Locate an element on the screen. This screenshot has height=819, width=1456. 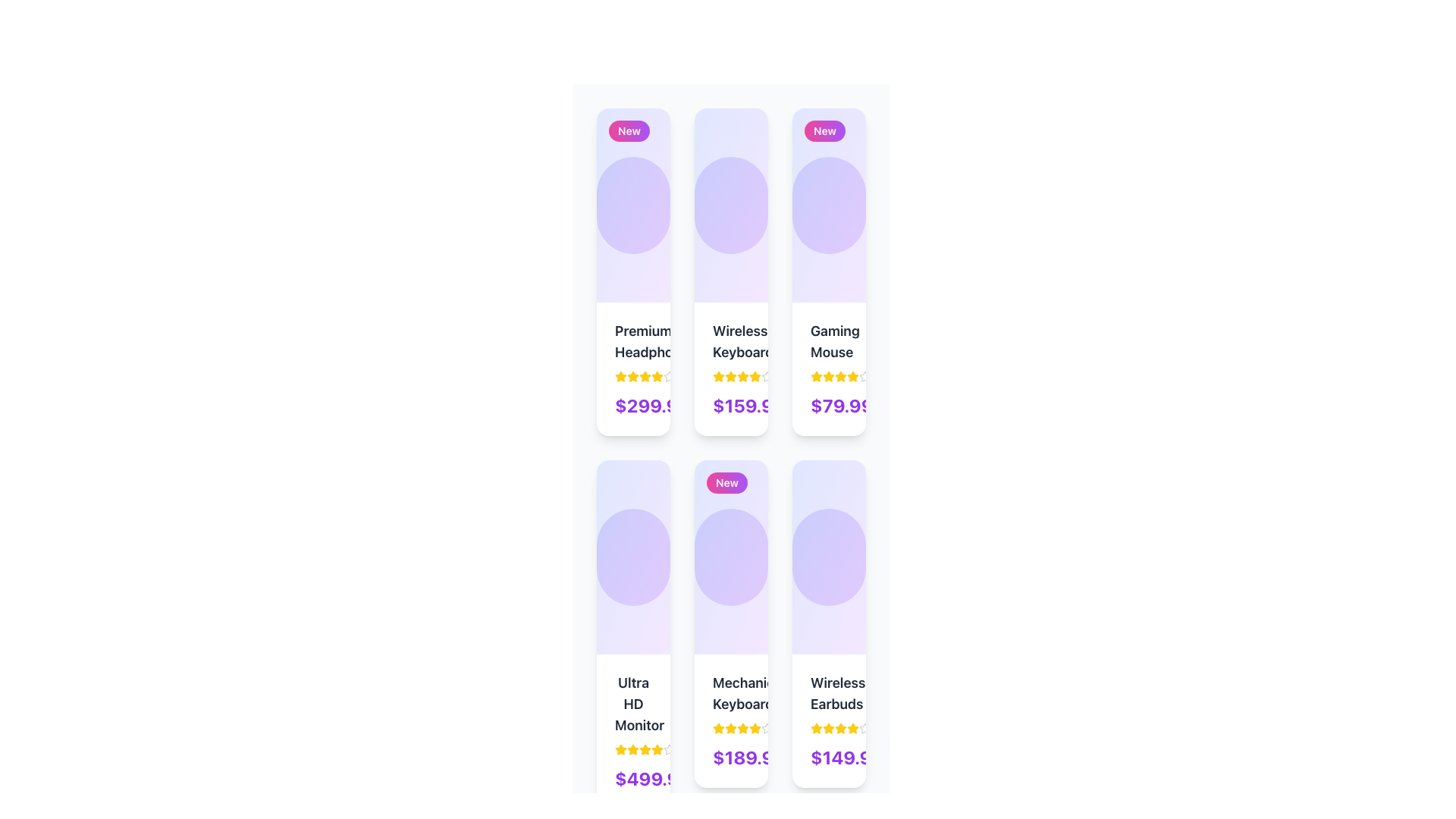
the fifth star-shaped icon with a yellow fill in the product rating section of the 'Ultra HD Monitor' card is located at coordinates (645, 748).